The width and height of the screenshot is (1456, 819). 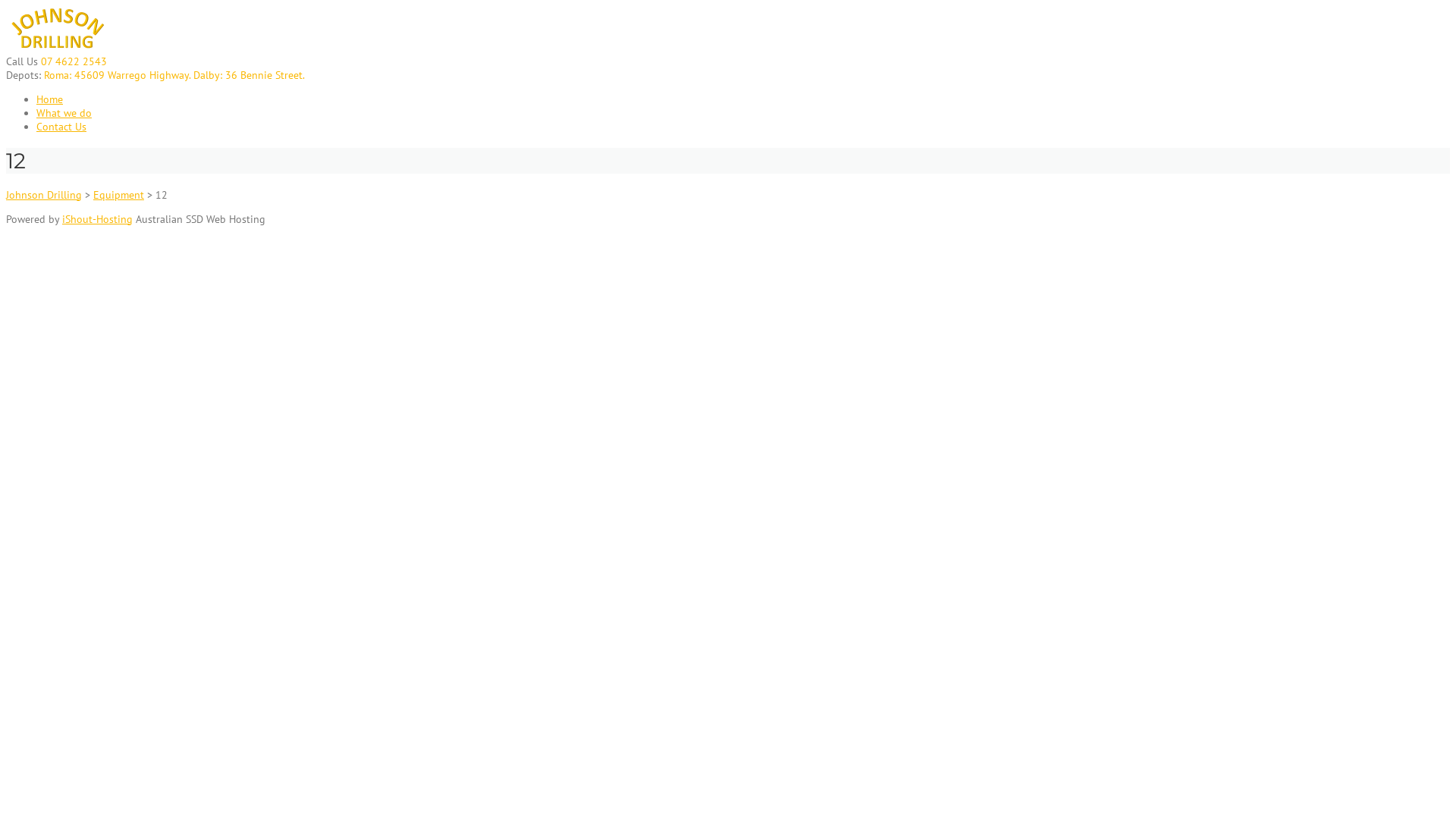 I want to click on 'What we do', so click(x=63, y=112).